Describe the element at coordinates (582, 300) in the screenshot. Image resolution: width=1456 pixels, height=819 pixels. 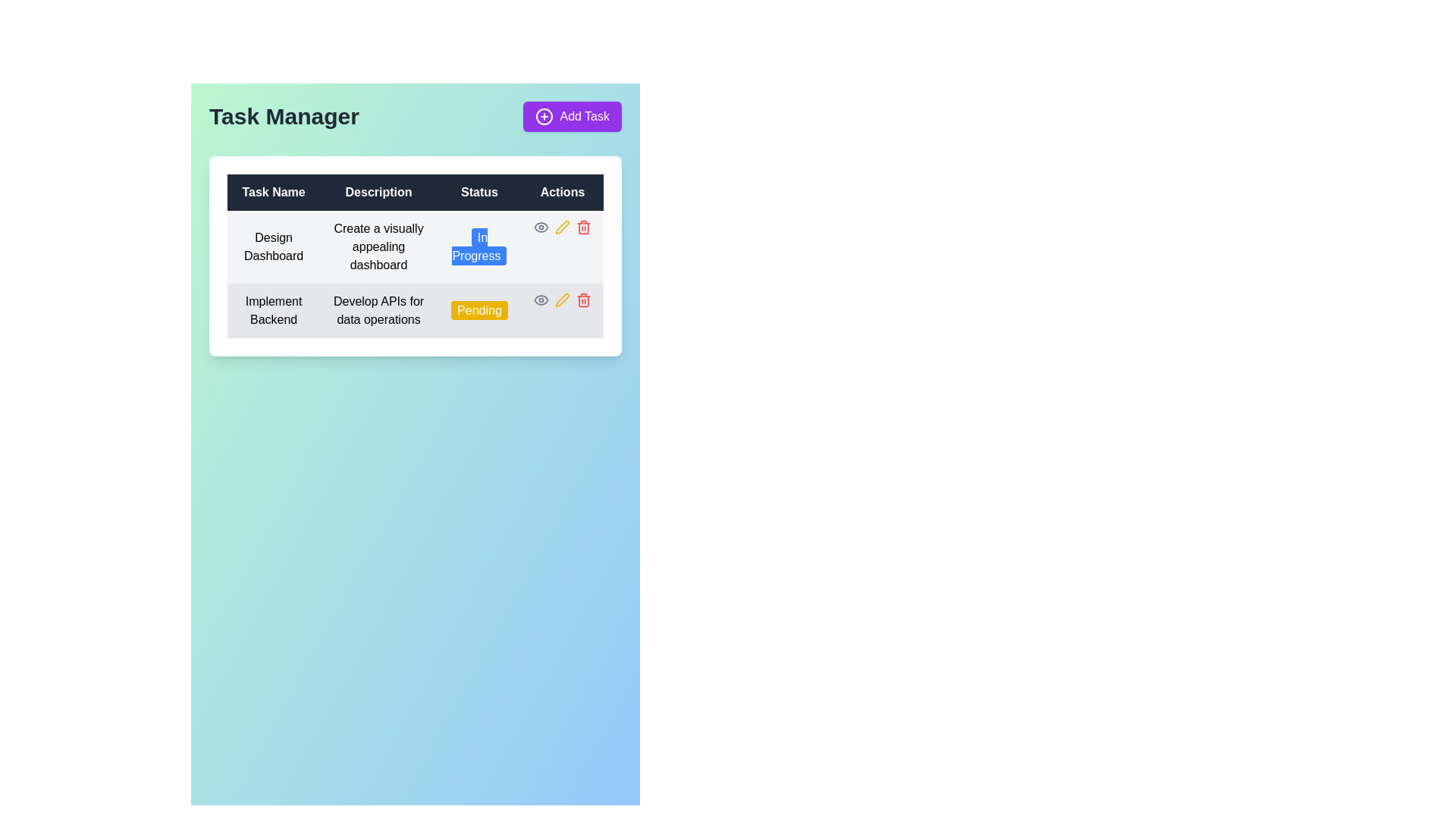
I see `the delete button icon located at the right edge of the second row in the task manager interface` at that location.